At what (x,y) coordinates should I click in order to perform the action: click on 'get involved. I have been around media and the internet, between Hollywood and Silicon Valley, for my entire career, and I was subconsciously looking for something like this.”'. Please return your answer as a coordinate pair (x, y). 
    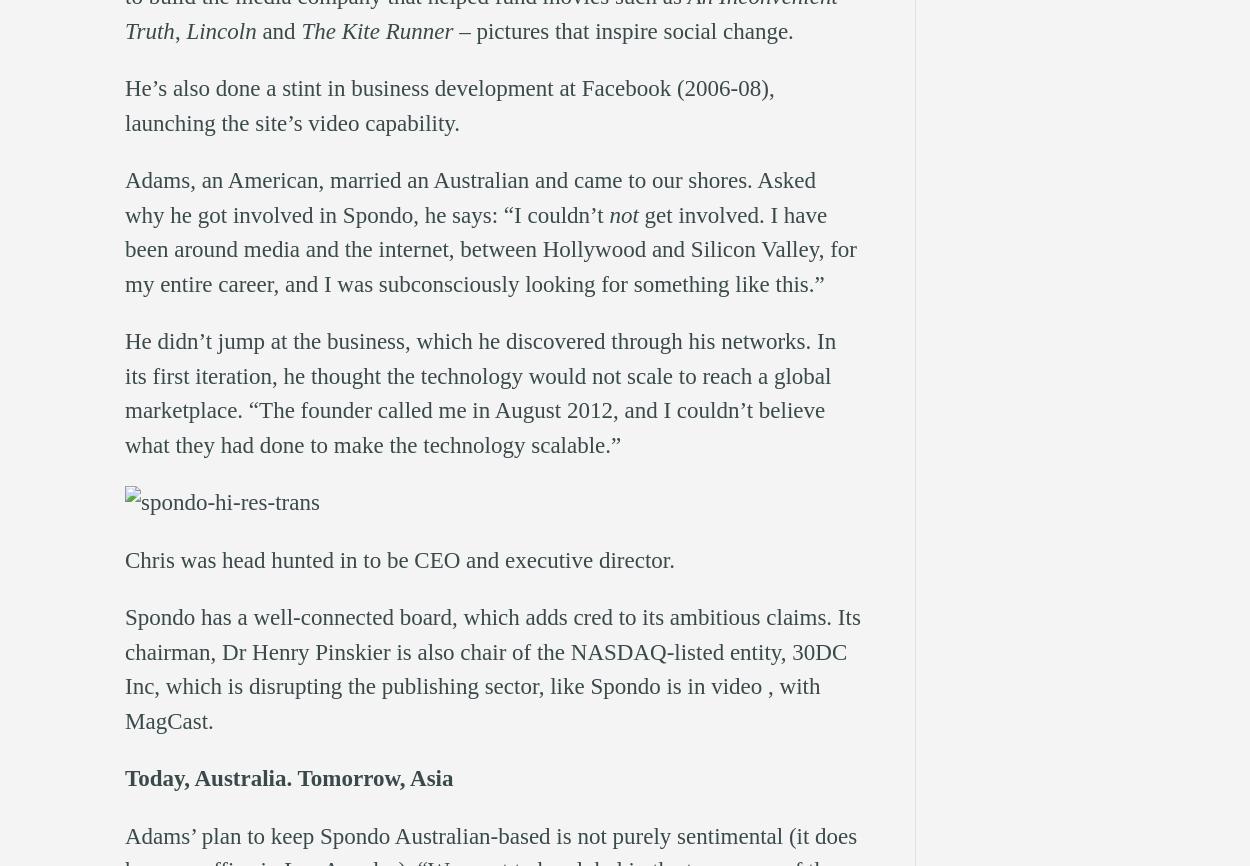
    Looking at the image, I should click on (489, 247).